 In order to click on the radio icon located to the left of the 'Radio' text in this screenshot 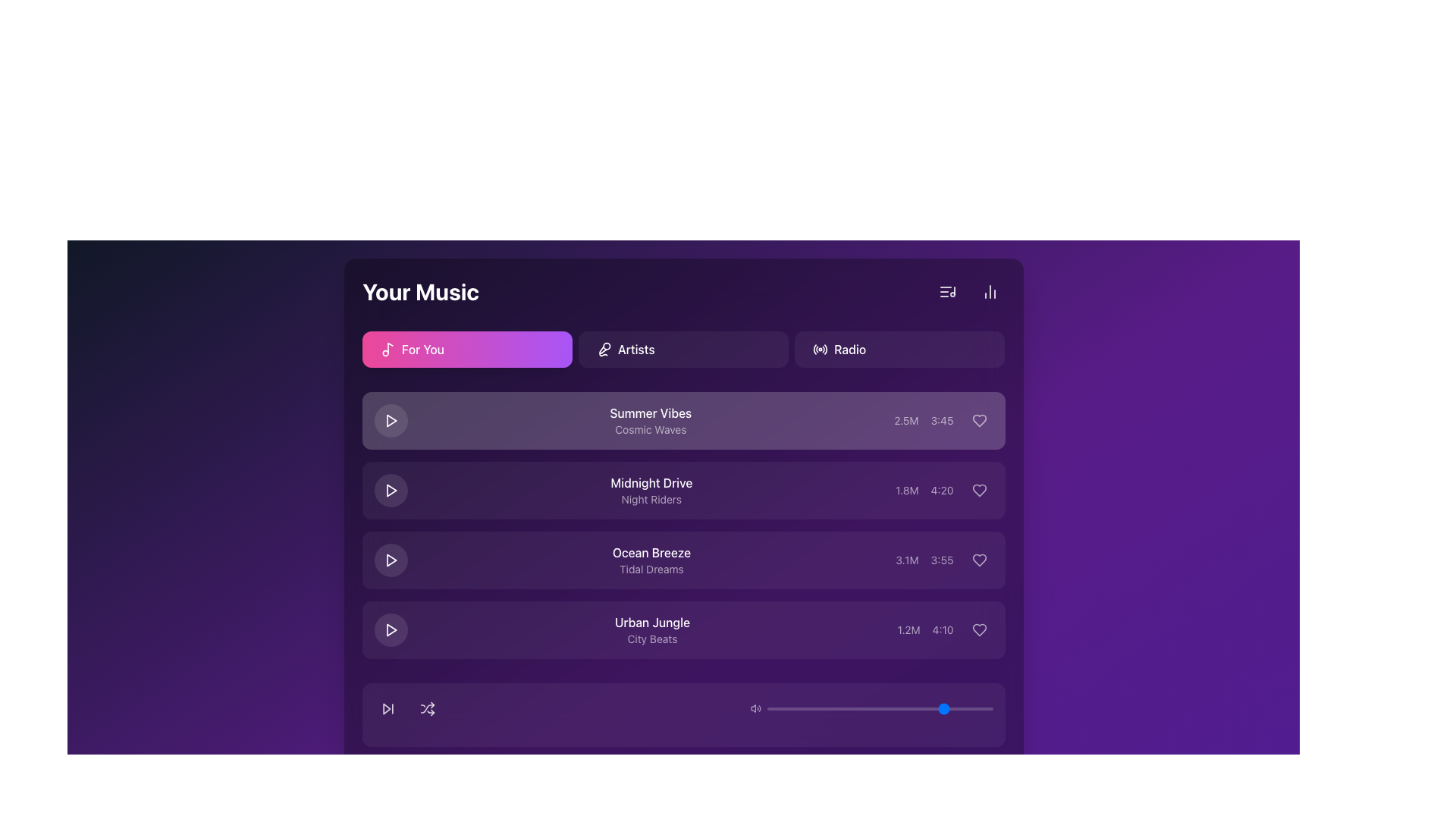, I will do `click(820, 350)`.